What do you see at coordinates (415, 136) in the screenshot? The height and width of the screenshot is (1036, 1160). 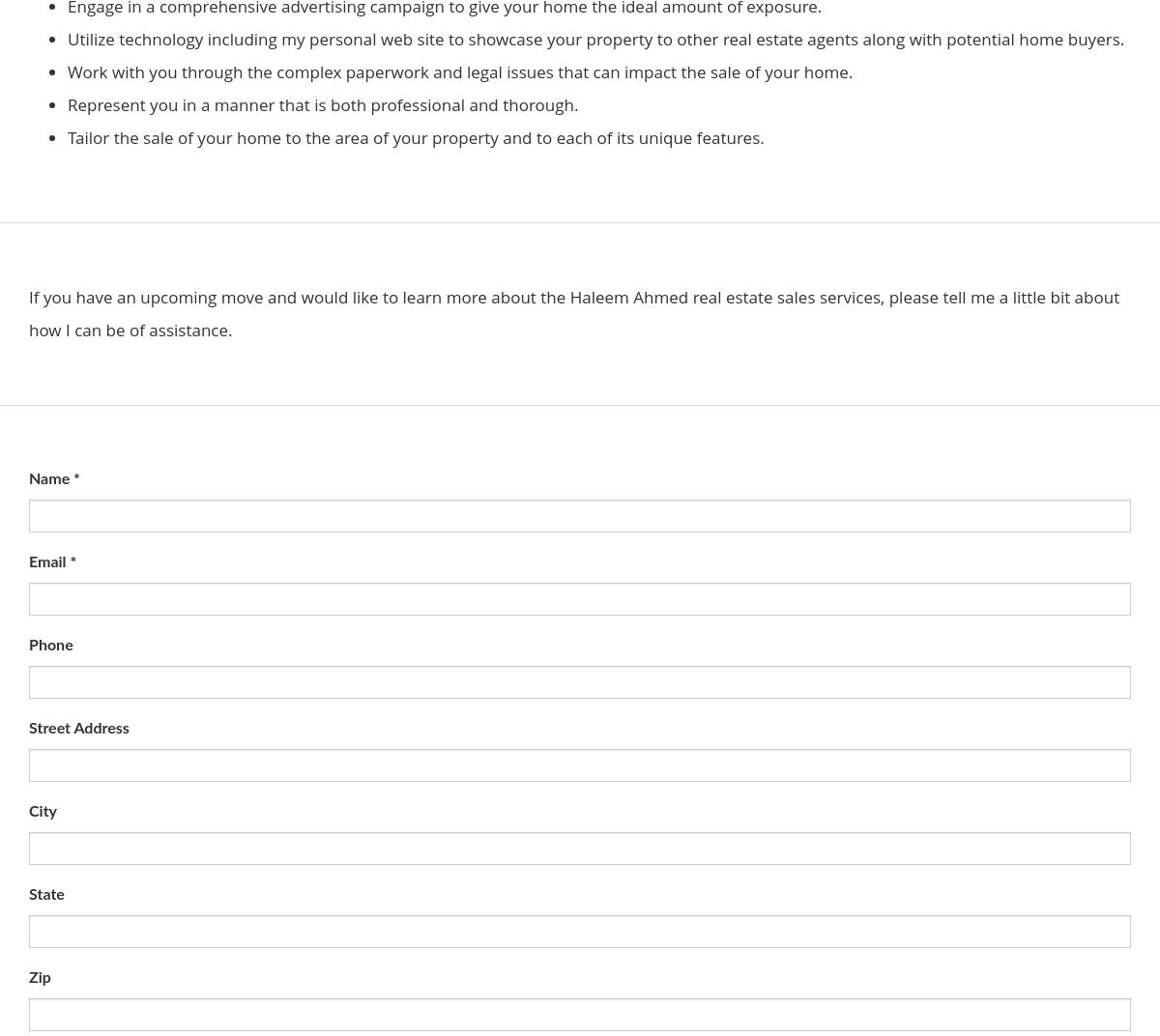 I see `'Tailor the sale of your home to the area of your property and to each of its unique features.'` at bounding box center [415, 136].